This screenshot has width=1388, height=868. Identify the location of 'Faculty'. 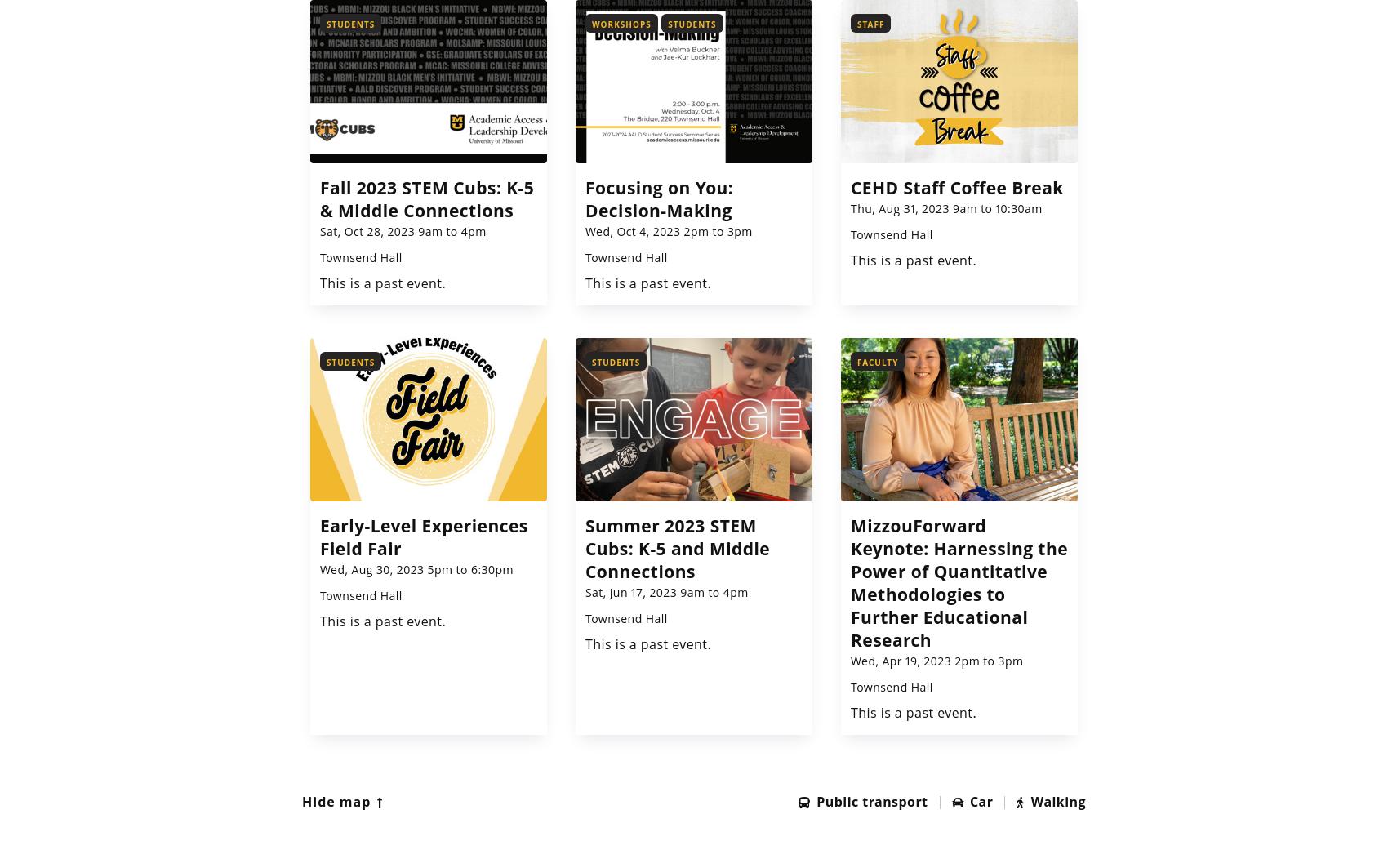
(878, 361).